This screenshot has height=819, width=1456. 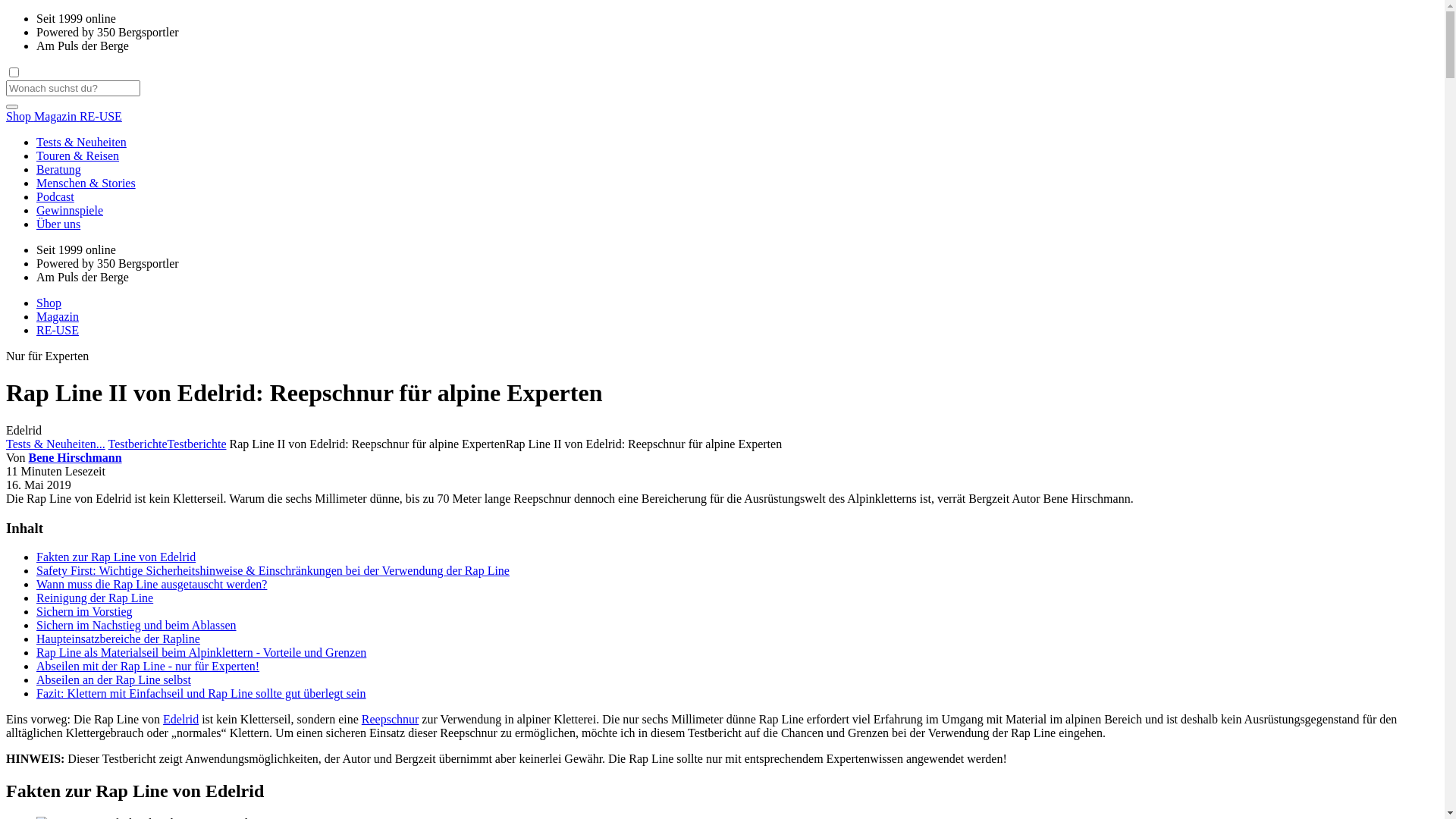 What do you see at coordinates (118, 639) in the screenshot?
I see `'Haupteinsatzbereiche der Rapline'` at bounding box center [118, 639].